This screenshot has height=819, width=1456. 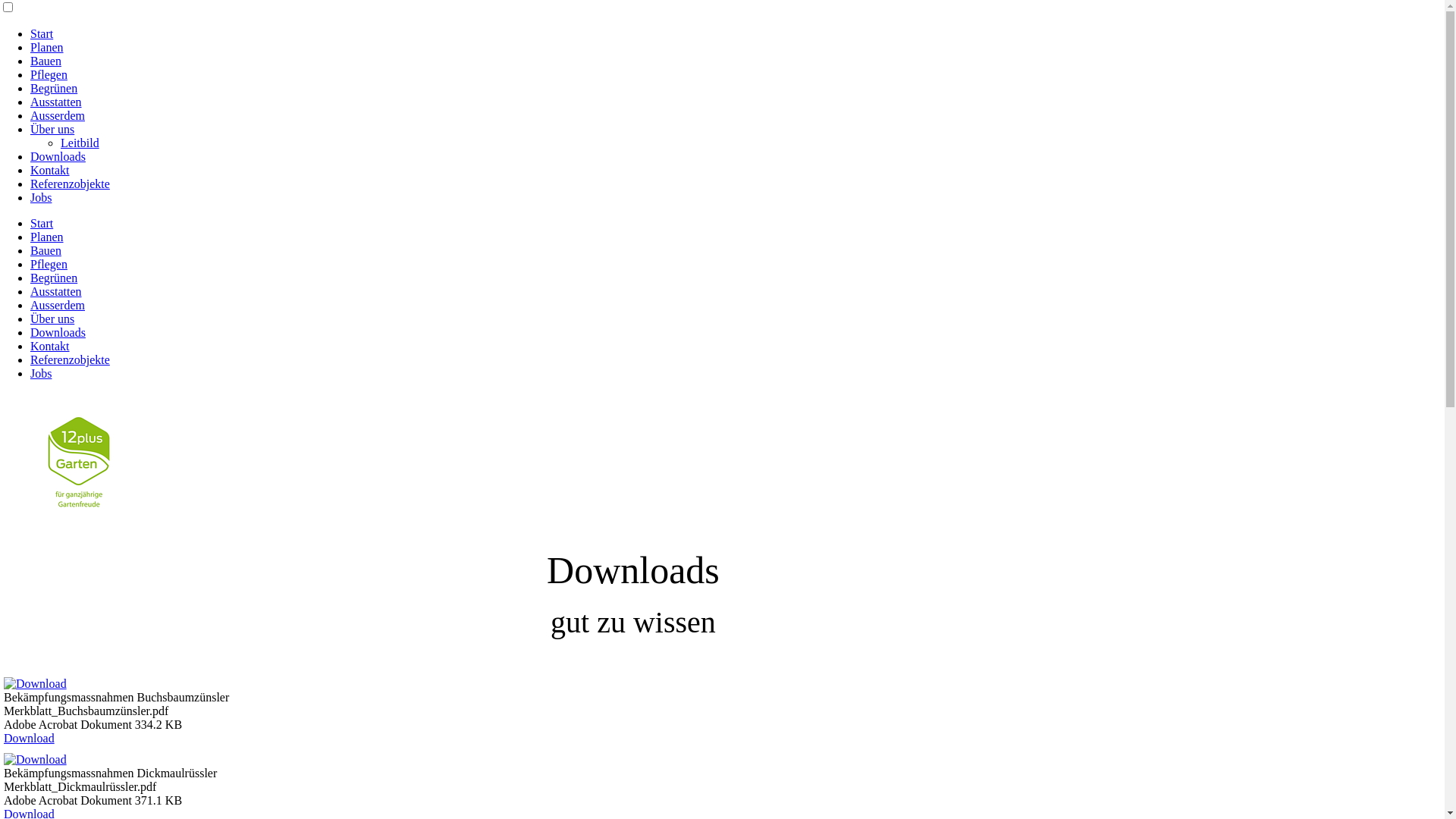 I want to click on 'Bauen', so click(x=45, y=60).